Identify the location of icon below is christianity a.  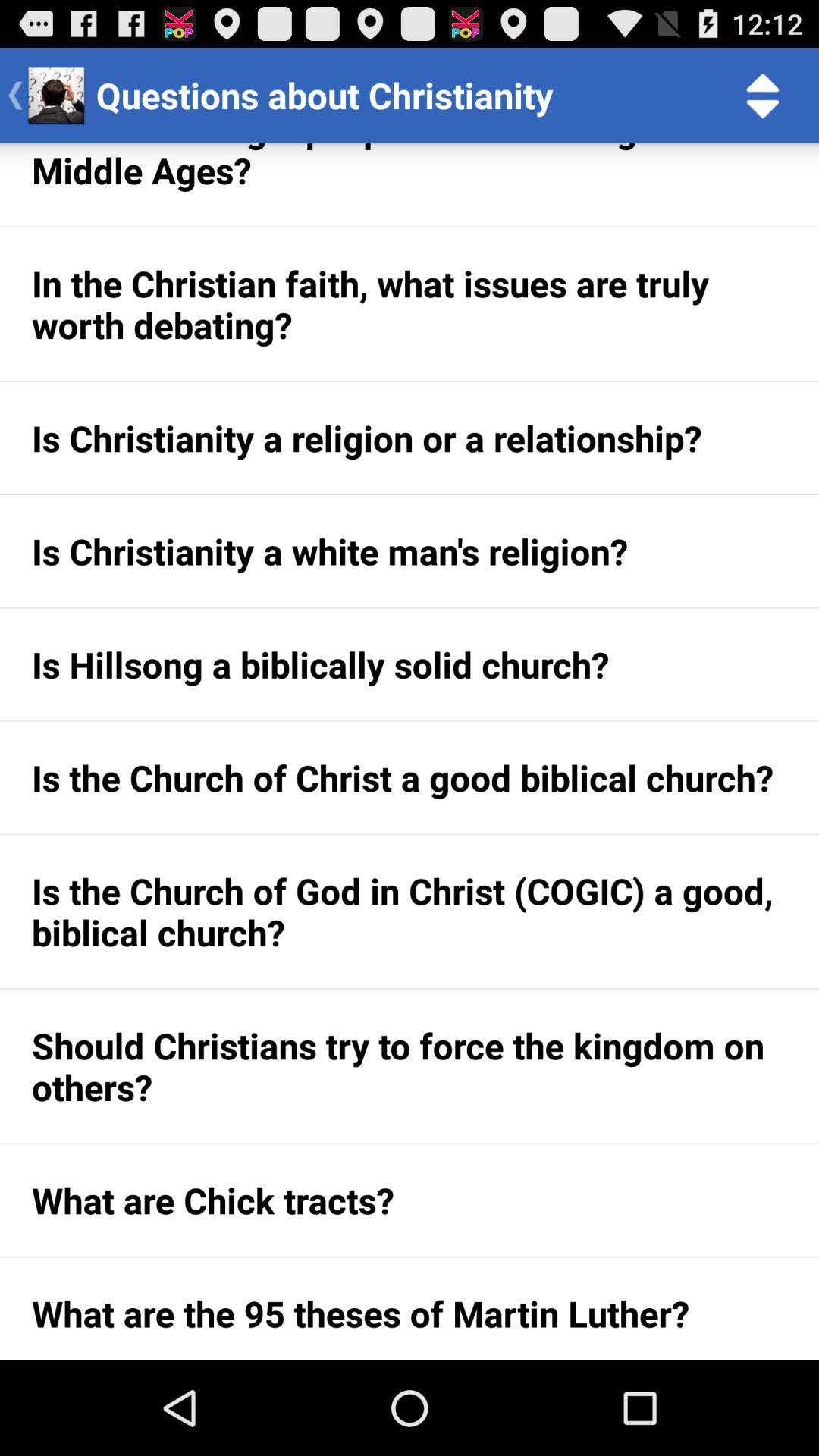
(409, 664).